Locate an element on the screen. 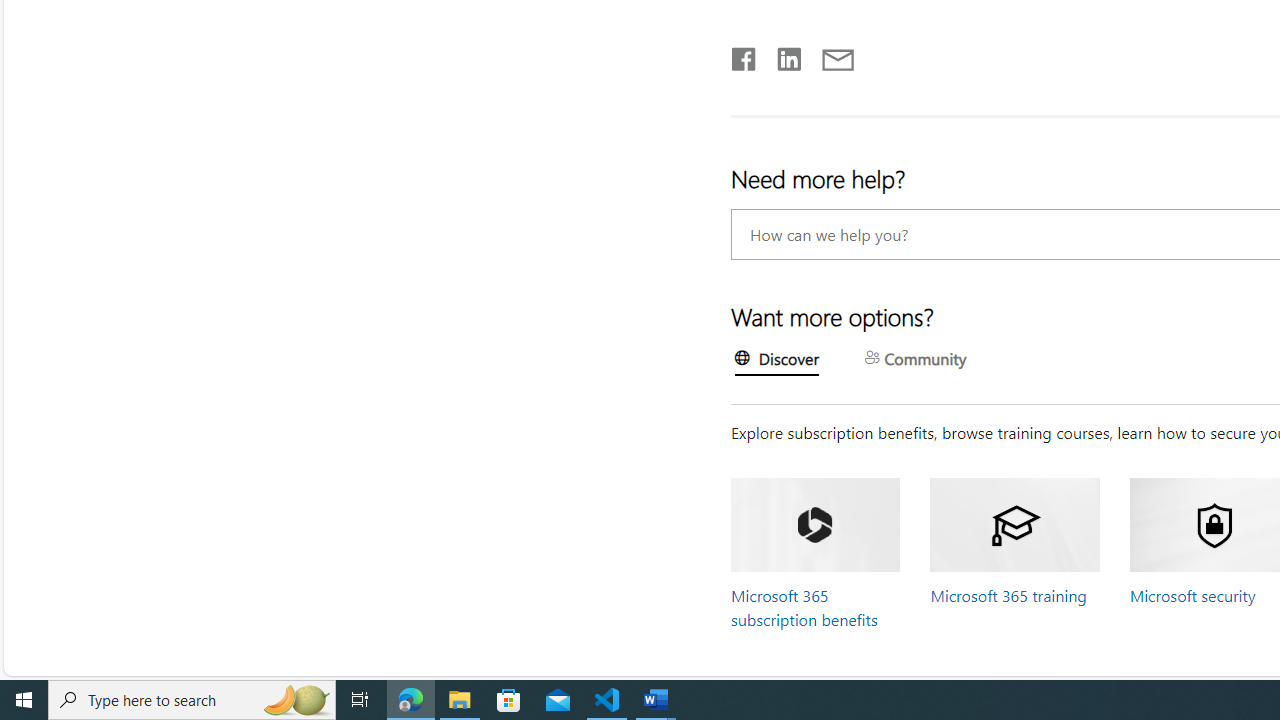 The width and height of the screenshot is (1280, 720). 'Share on Facebook' is located at coordinates (743, 54).